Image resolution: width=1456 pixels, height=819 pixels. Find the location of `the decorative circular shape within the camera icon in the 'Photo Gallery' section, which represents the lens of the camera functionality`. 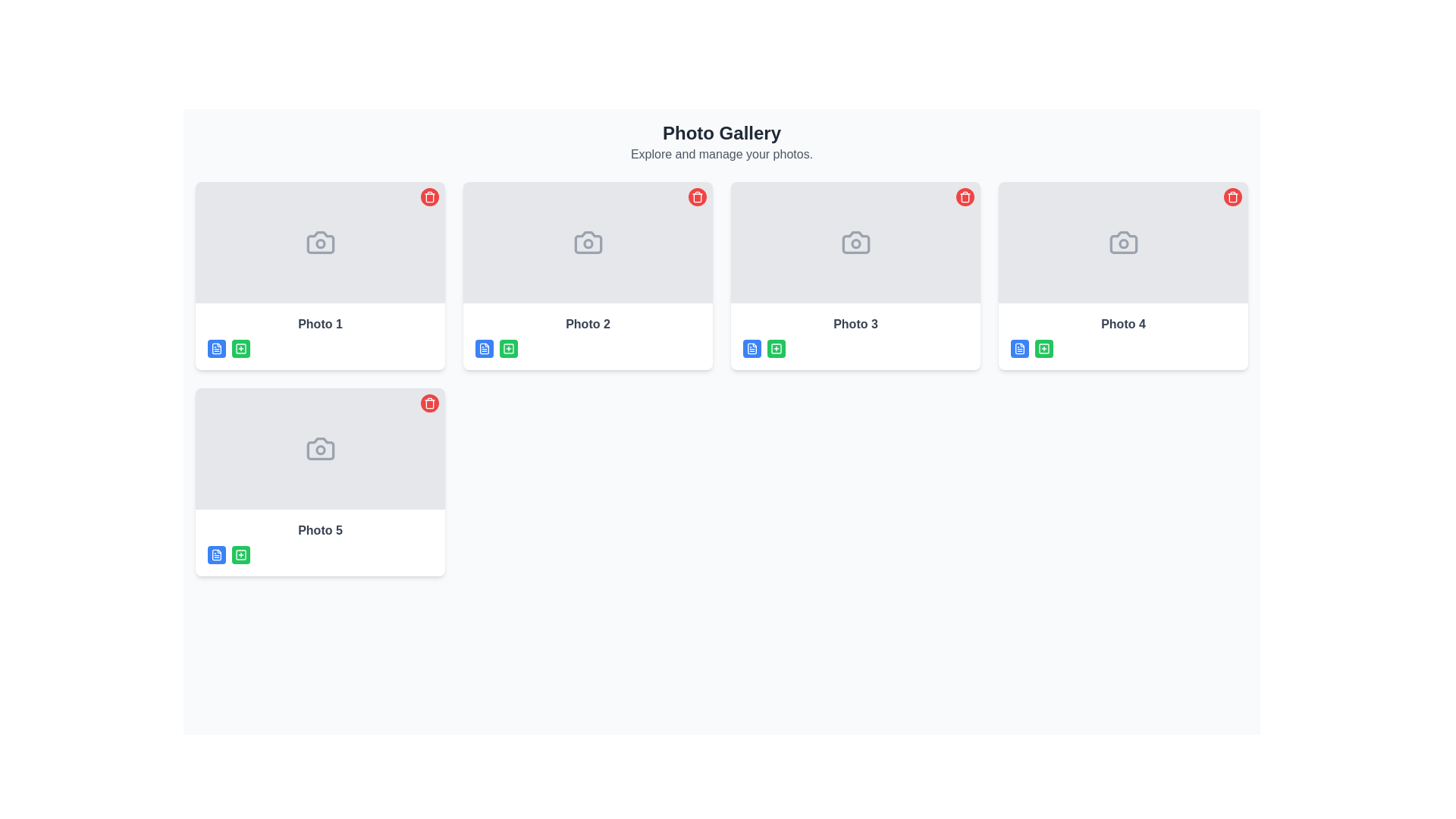

the decorative circular shape within the camera icon in the 'Photo Gallery' section, which represents the lens of the camera functionality is located at coordinates (319, 449).